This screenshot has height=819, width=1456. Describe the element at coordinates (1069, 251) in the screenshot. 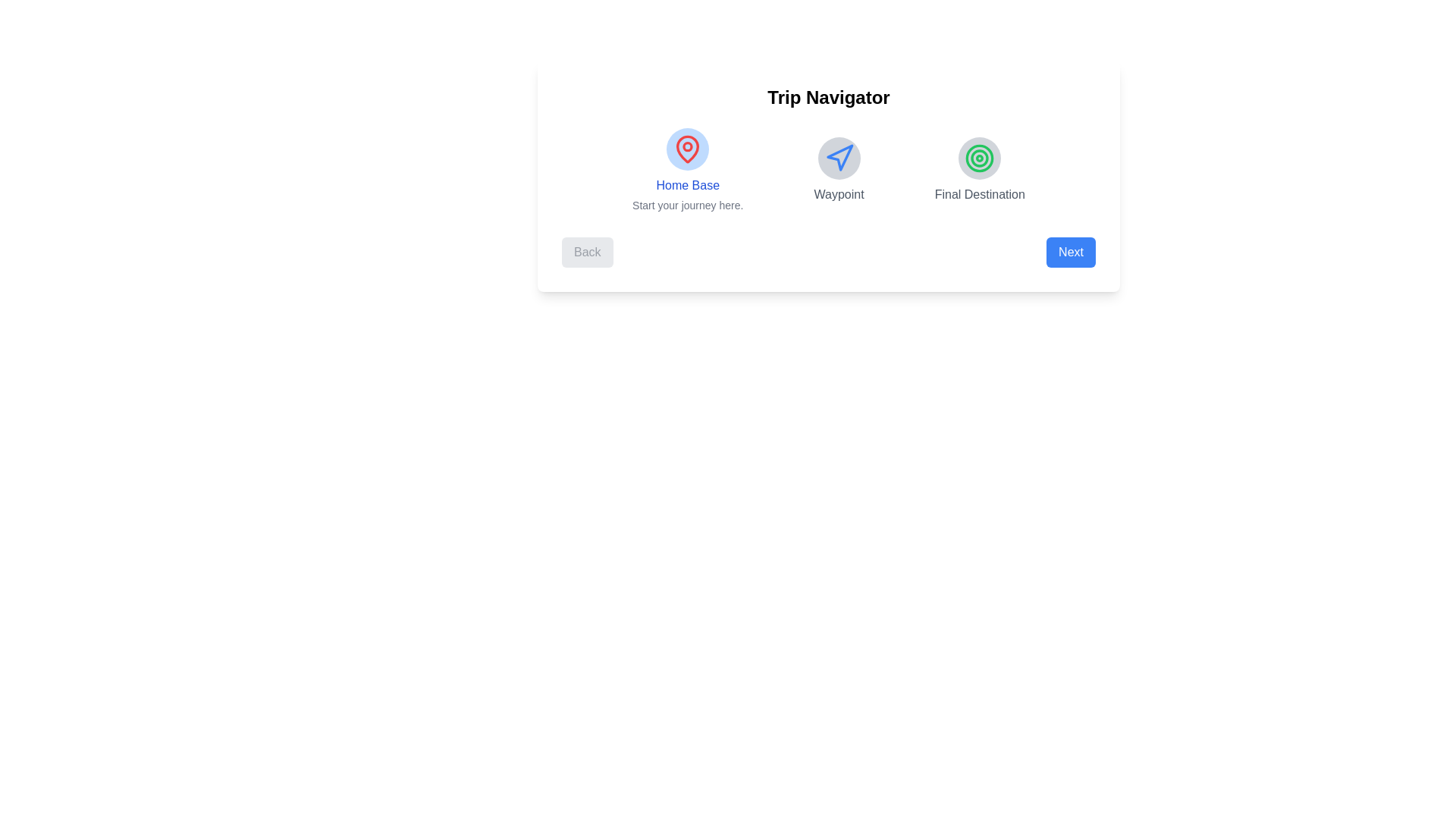

I see `the 'Next' button to proceed to the next step` at that location.